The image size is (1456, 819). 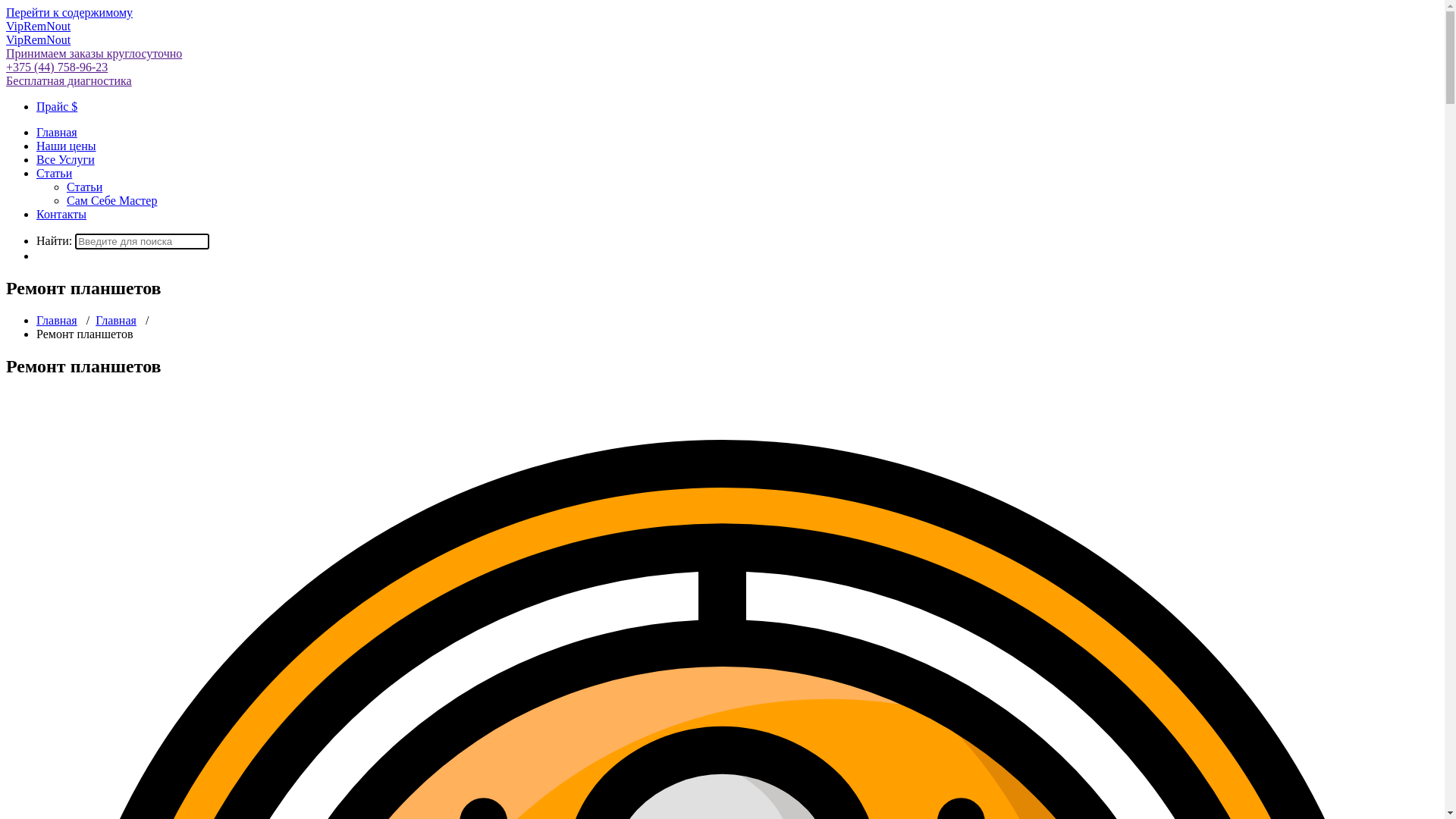 I want to click on 'VipRemNout', so click(x=38, y=26).